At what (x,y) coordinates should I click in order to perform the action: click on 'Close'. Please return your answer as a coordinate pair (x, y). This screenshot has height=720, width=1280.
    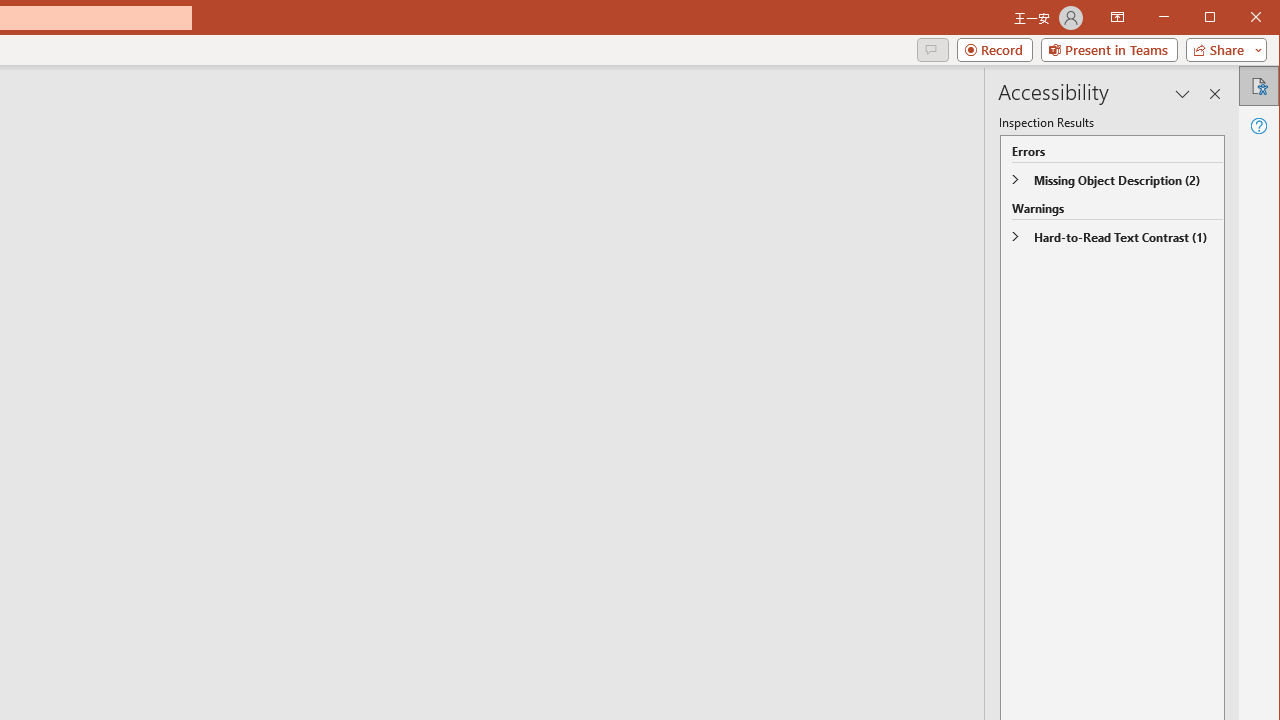
    Looking at the image, I should click on (1260, 19).